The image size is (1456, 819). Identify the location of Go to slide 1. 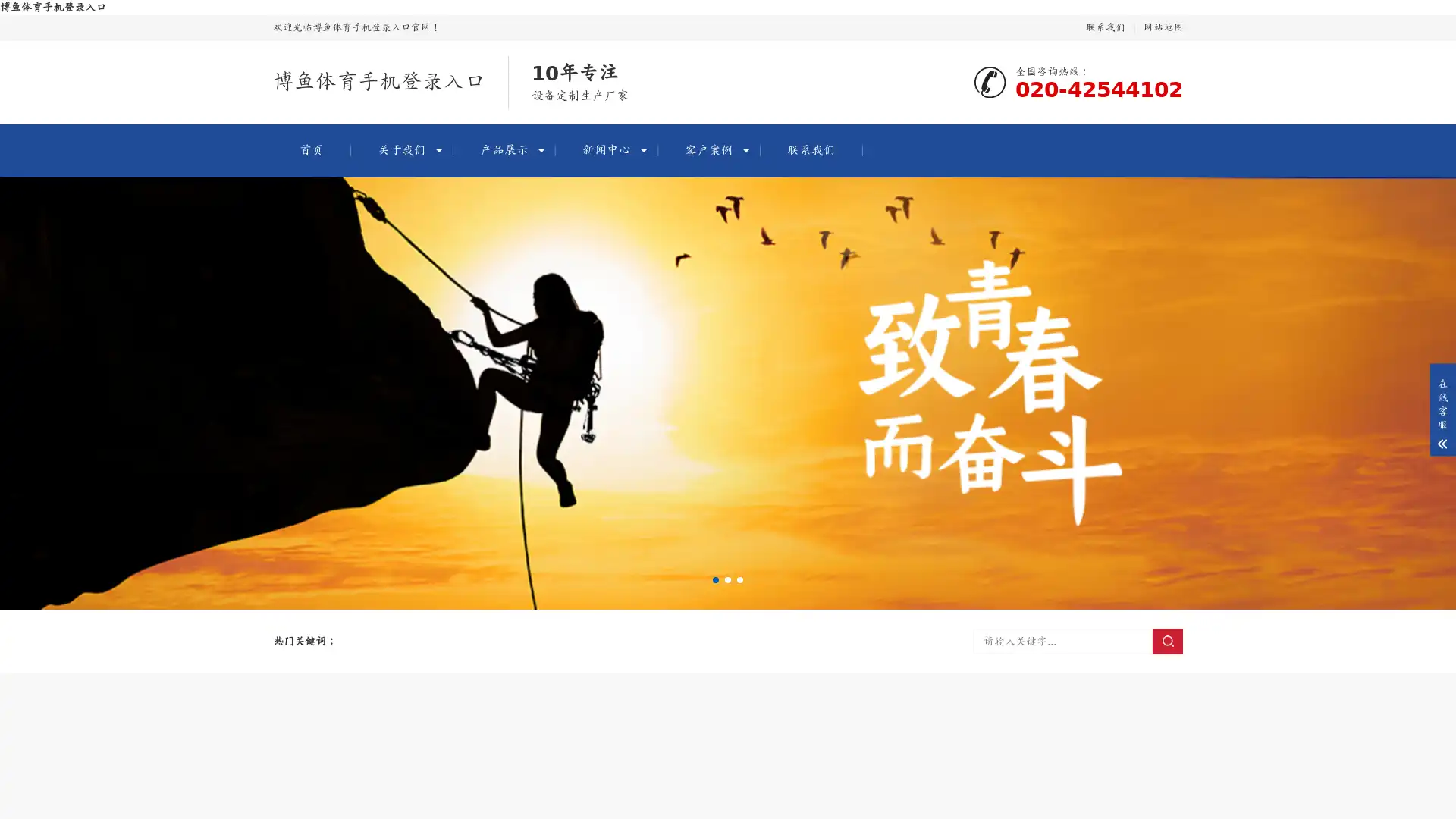
(715, 579).